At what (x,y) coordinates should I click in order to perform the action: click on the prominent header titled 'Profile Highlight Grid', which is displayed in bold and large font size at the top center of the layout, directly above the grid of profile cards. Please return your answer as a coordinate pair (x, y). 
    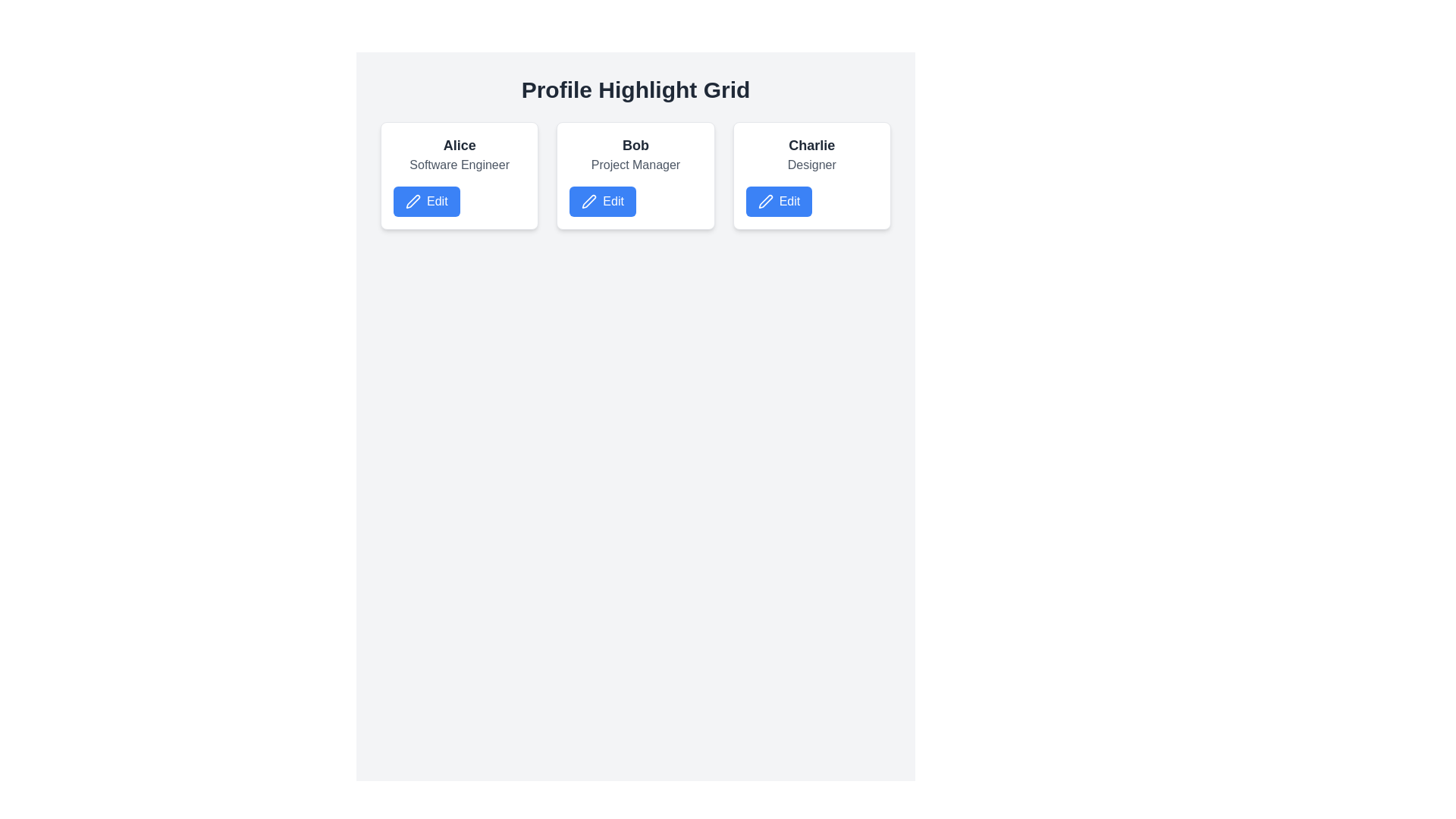
    Looking at the image, I should click on (635, 90).